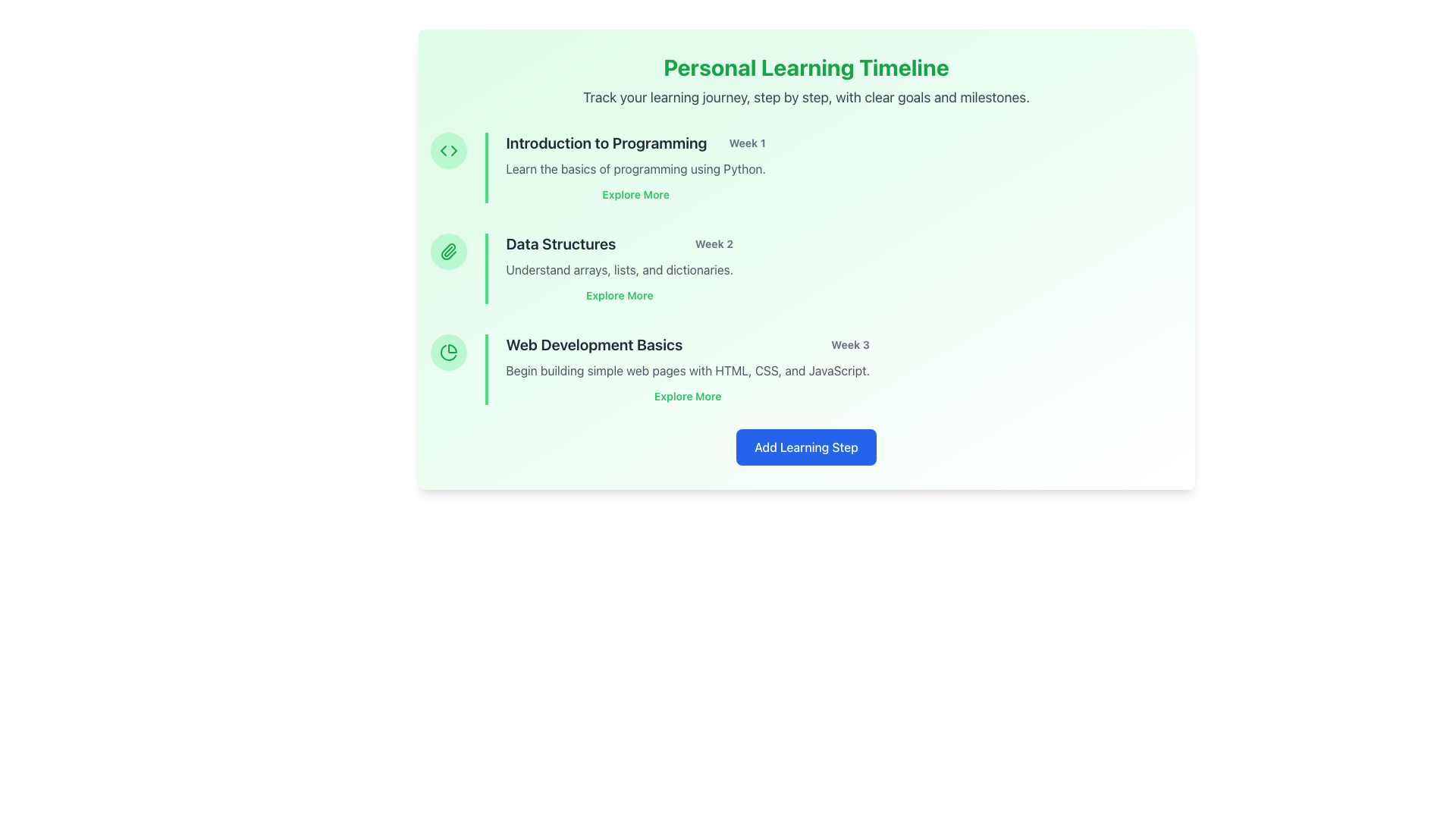 This screenshot has width=1456, height=819. I want to click on the Decorative Icon that represents the 'Data Structures' section in the timeline interface, located to the left of the 'Data Structures' heading, so click(447, 250).